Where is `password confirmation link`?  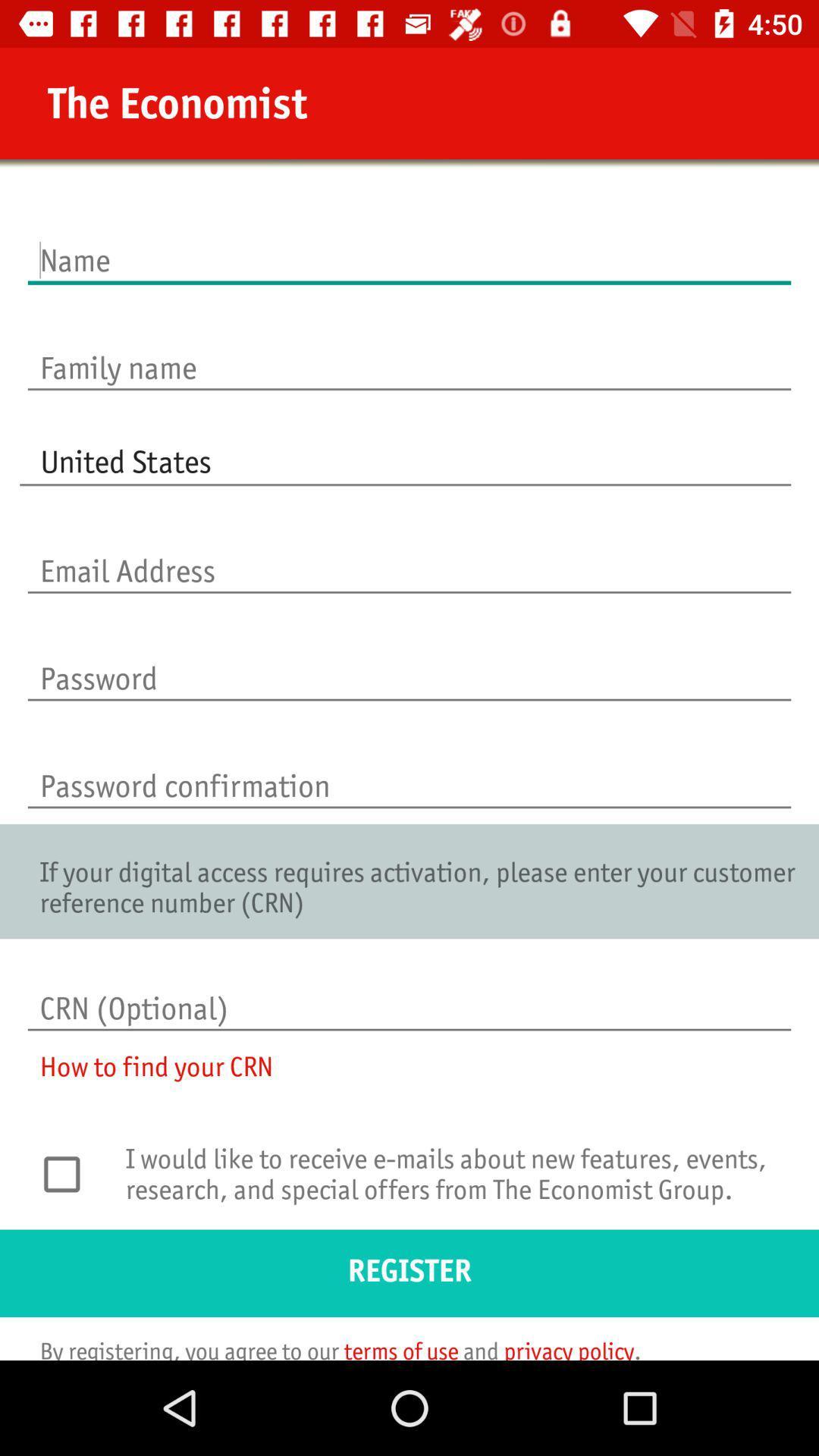
password confirmation link is located at coordinates (409, 770).